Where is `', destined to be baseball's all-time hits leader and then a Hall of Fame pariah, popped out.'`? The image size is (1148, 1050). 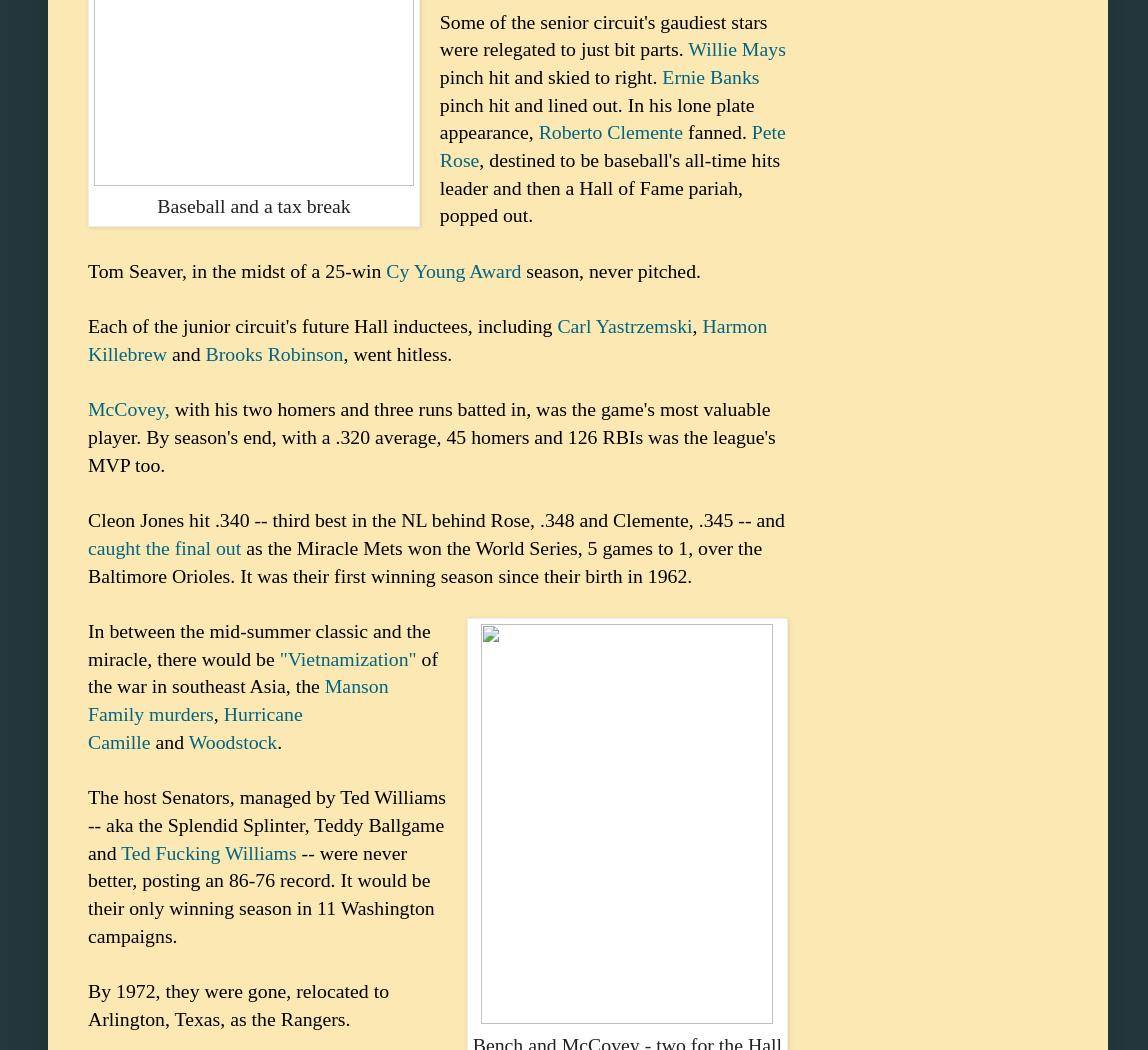
', destined to be baseball's all-time hits leader and then a Hall of Fame pariah, popped out.' is located at coordinates (609, 187).